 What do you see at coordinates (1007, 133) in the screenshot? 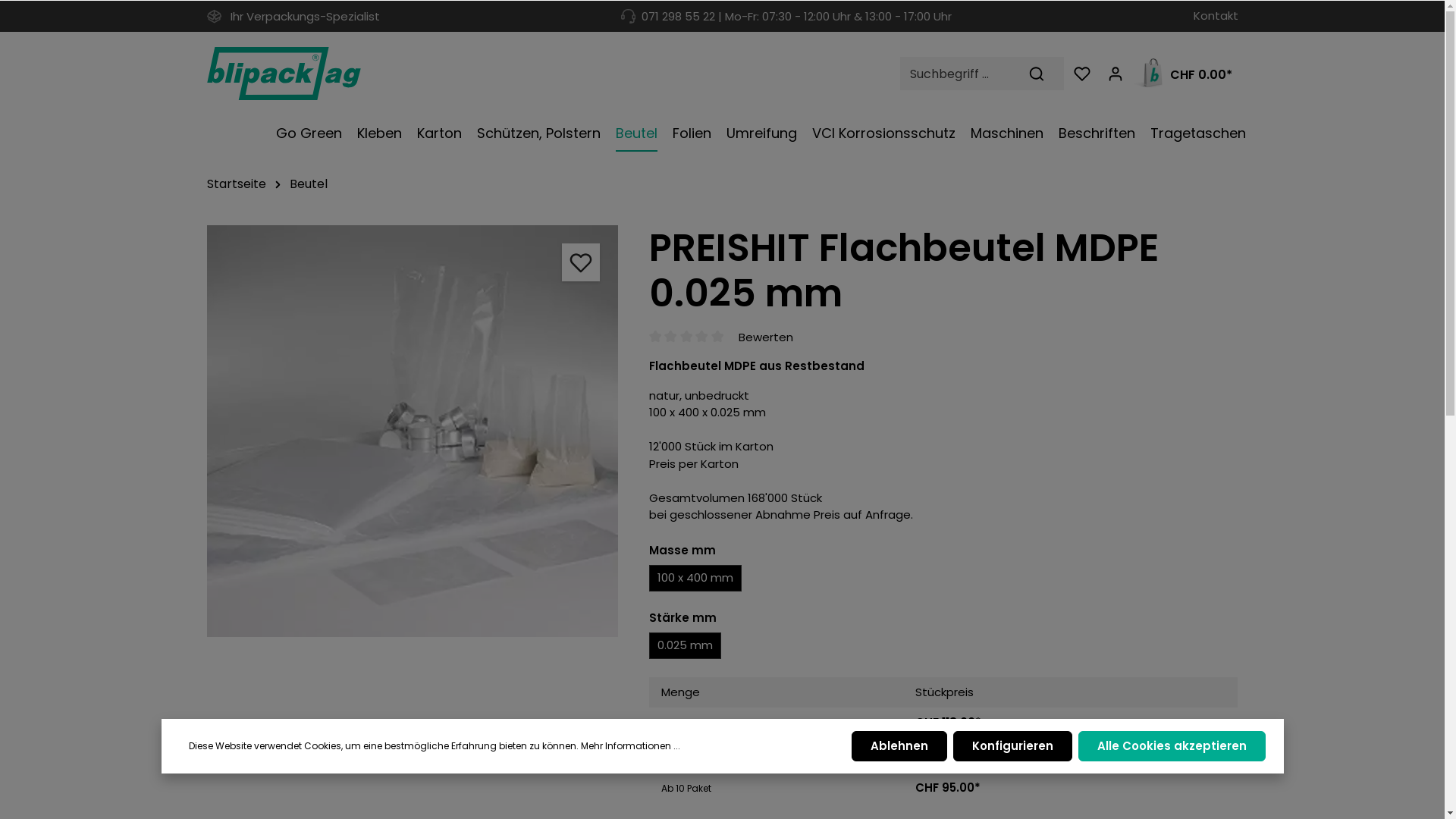
I see `'Maschinen'` at bounding box center [1007, 133].